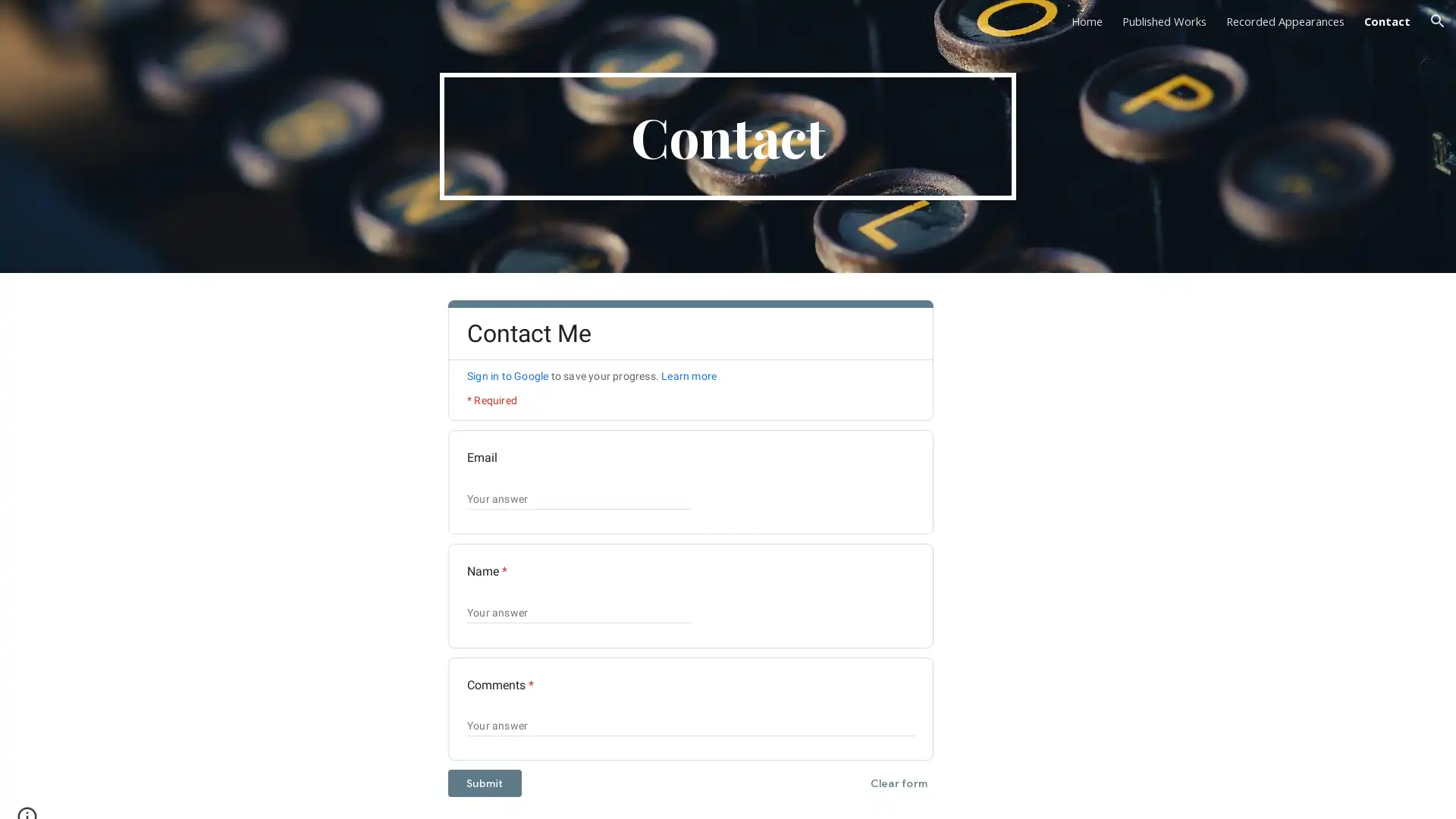 This screenshot has width=1456, height=819. I want to click on Site actions, so click(27, 792).